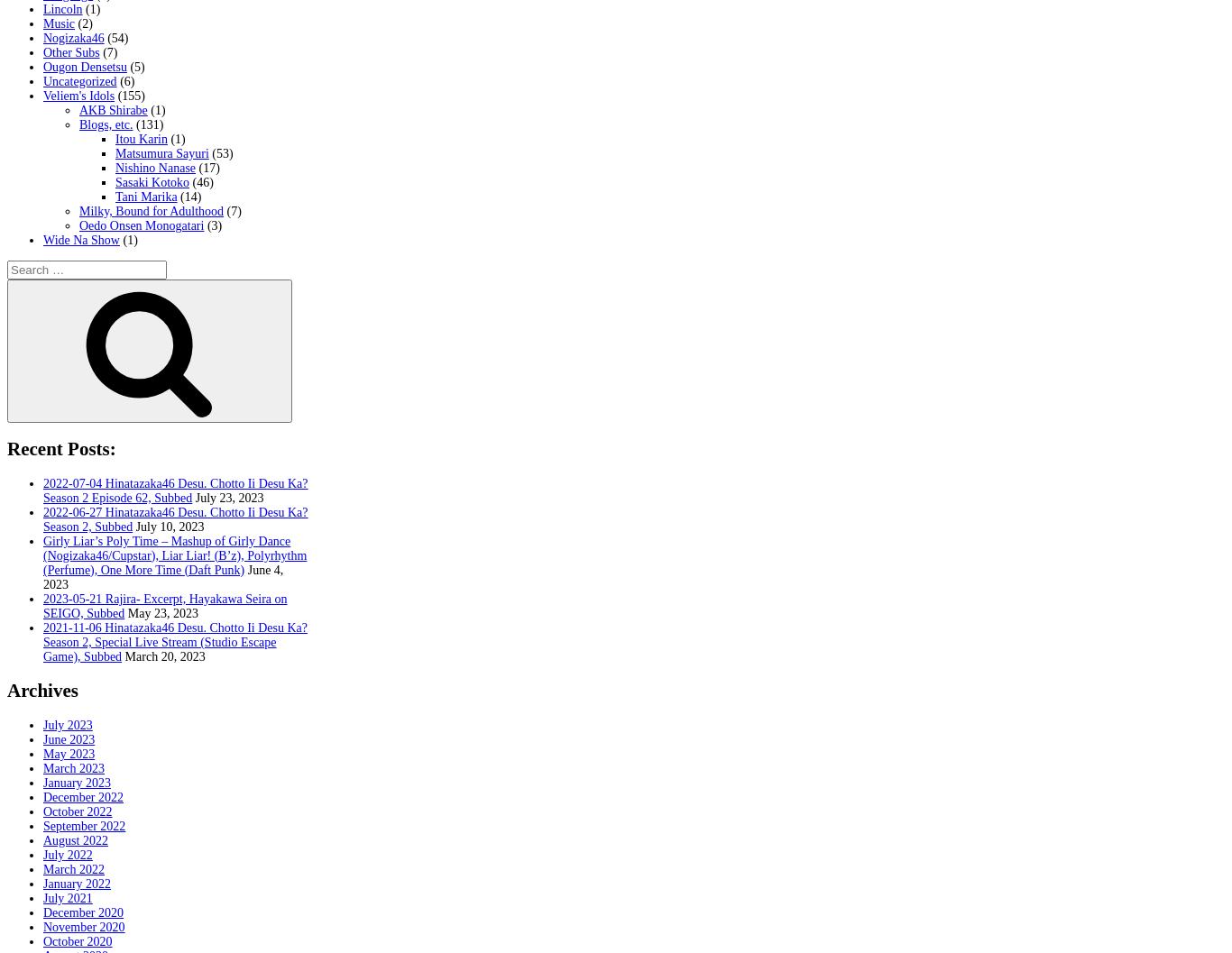  What do you see at coordinates (123, 655) in the screenshot?
I see `'March 20, 2023'` at bounding box center [123, 655].